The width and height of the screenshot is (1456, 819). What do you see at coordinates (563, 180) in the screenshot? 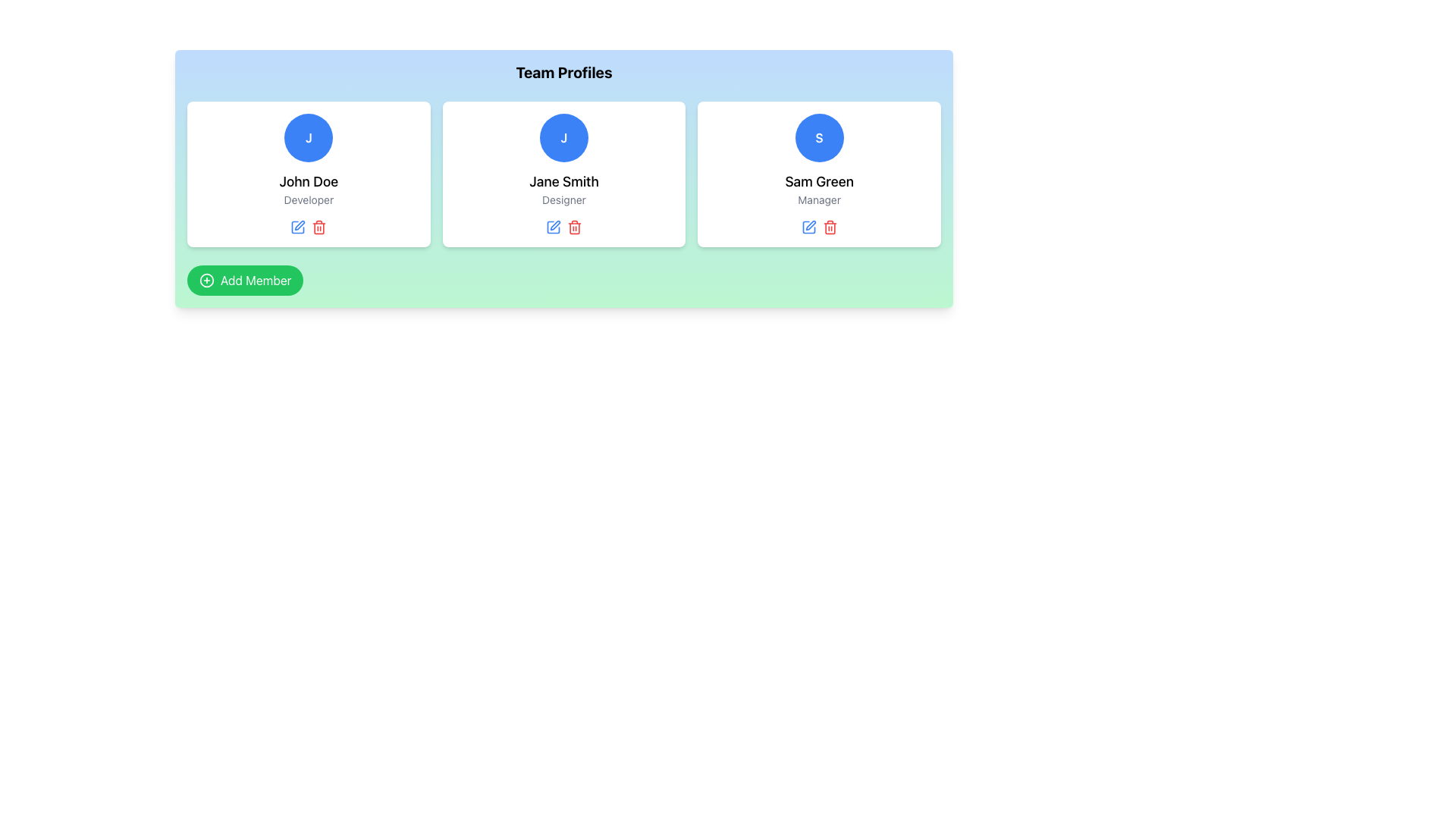
I see `the text label displaying 'Jane Smith', which is centrally positioned in the middle card of the 'Team Profiles' section` at bounding box center [563, 180].